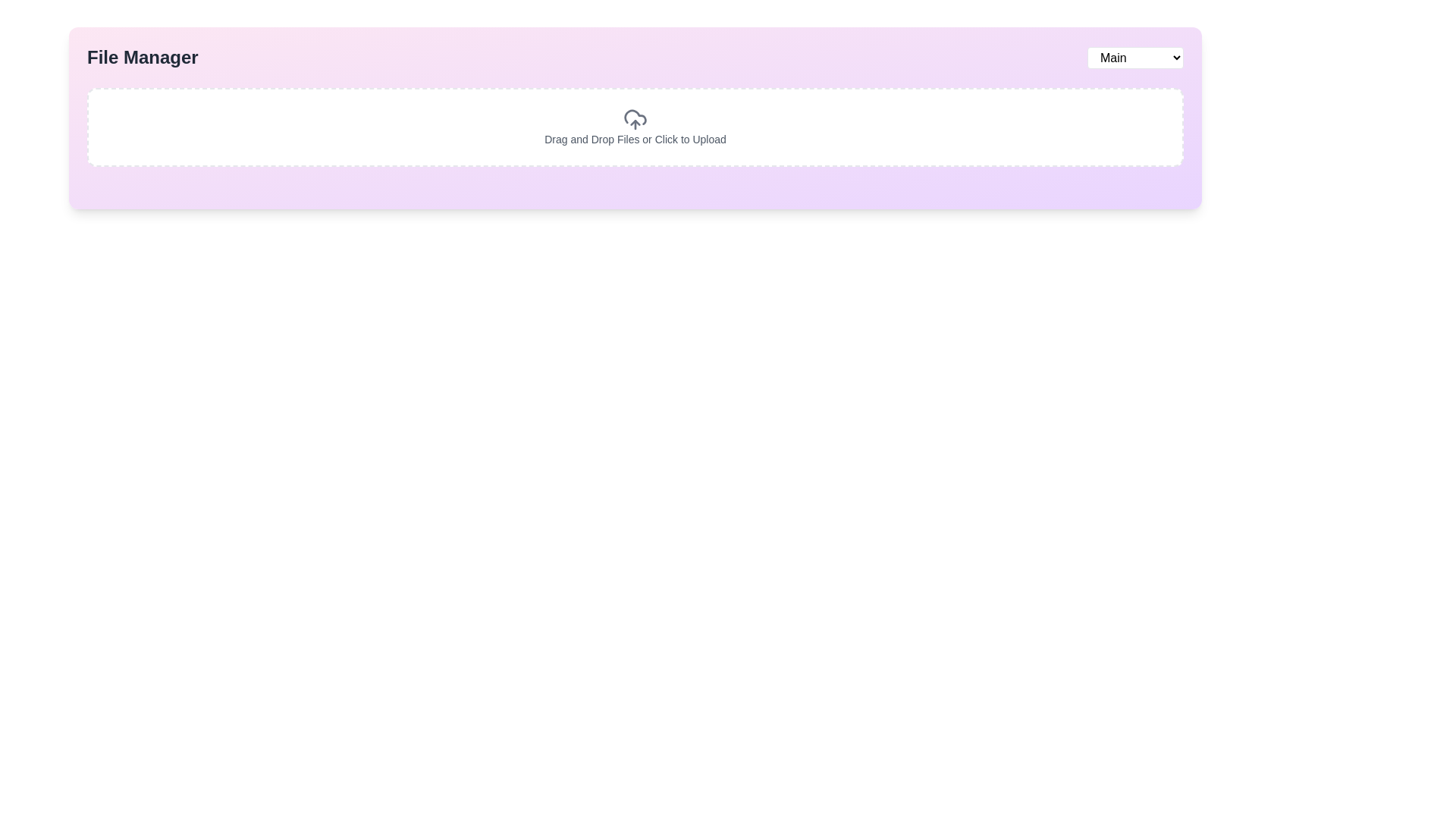 This screenshot has height=819, width=1456. Describe the element at coordinates (1135, 57) in the screenshot. I see `the dropdown menu located on the far right of the 'File Manager' header section for keyboard navigation` at that location.